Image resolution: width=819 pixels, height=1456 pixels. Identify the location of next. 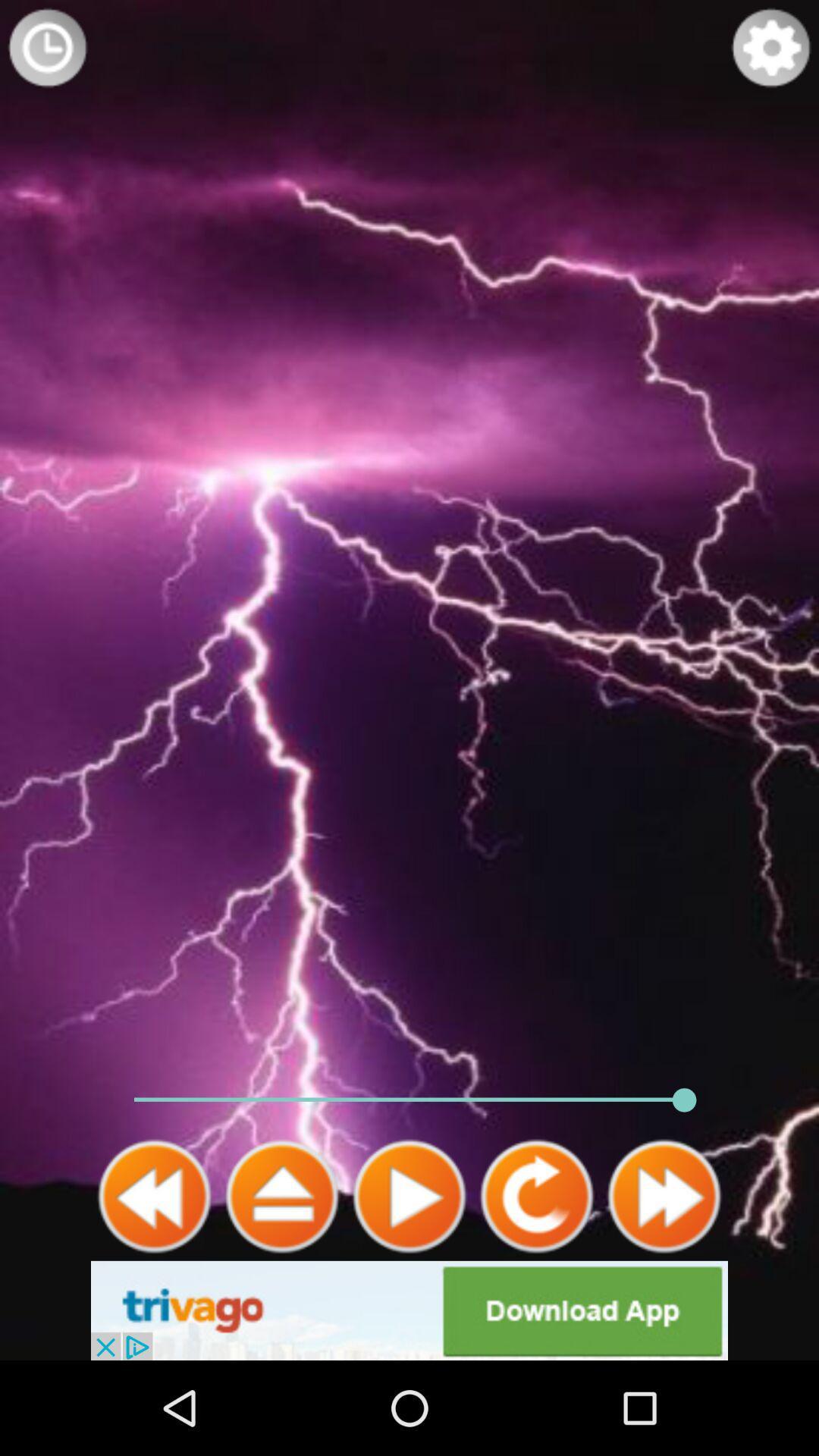
(663, 1196).